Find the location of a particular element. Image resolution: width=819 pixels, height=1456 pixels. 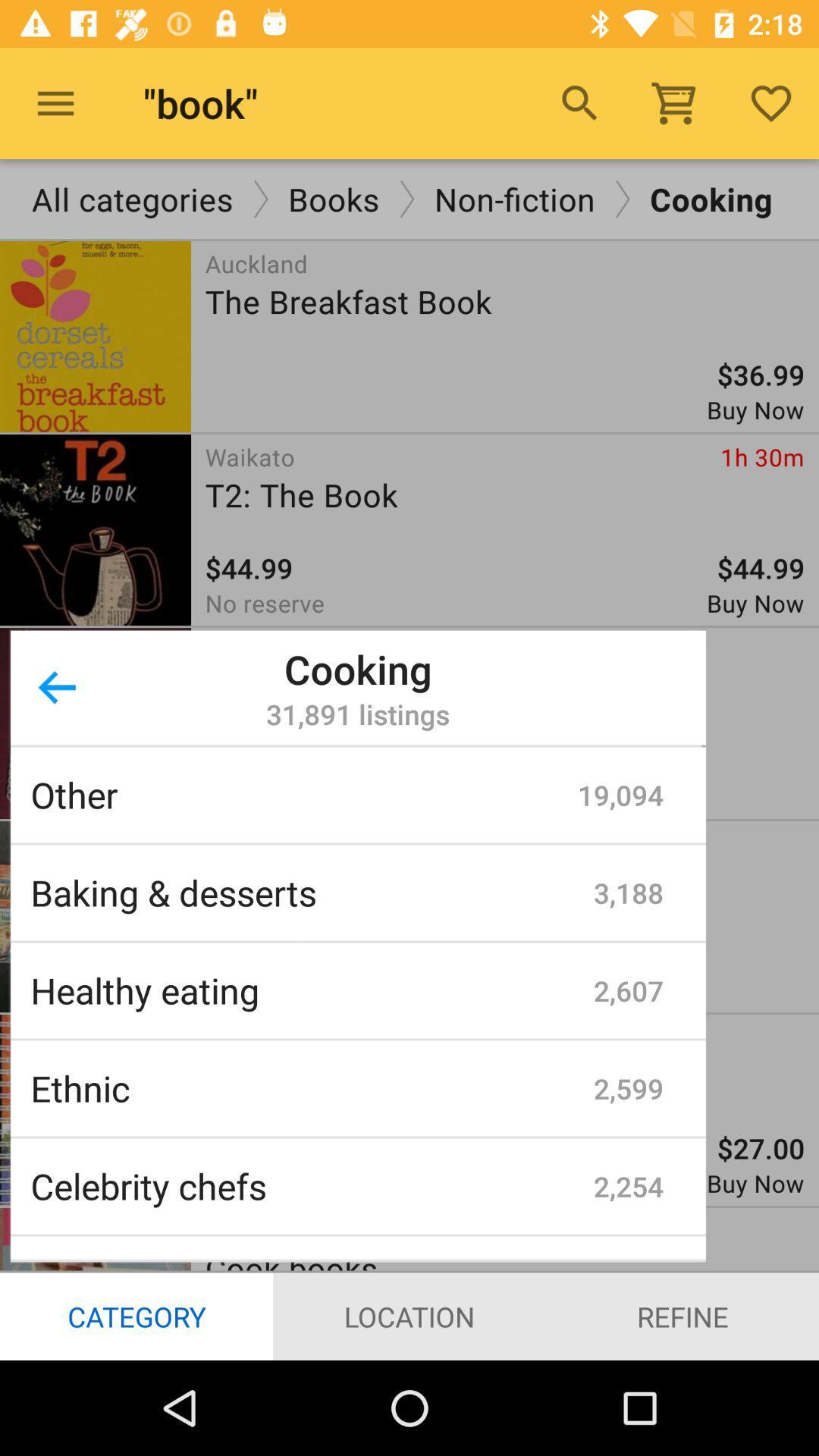

the icon to the right of other item is located at coordinates (620, 794).